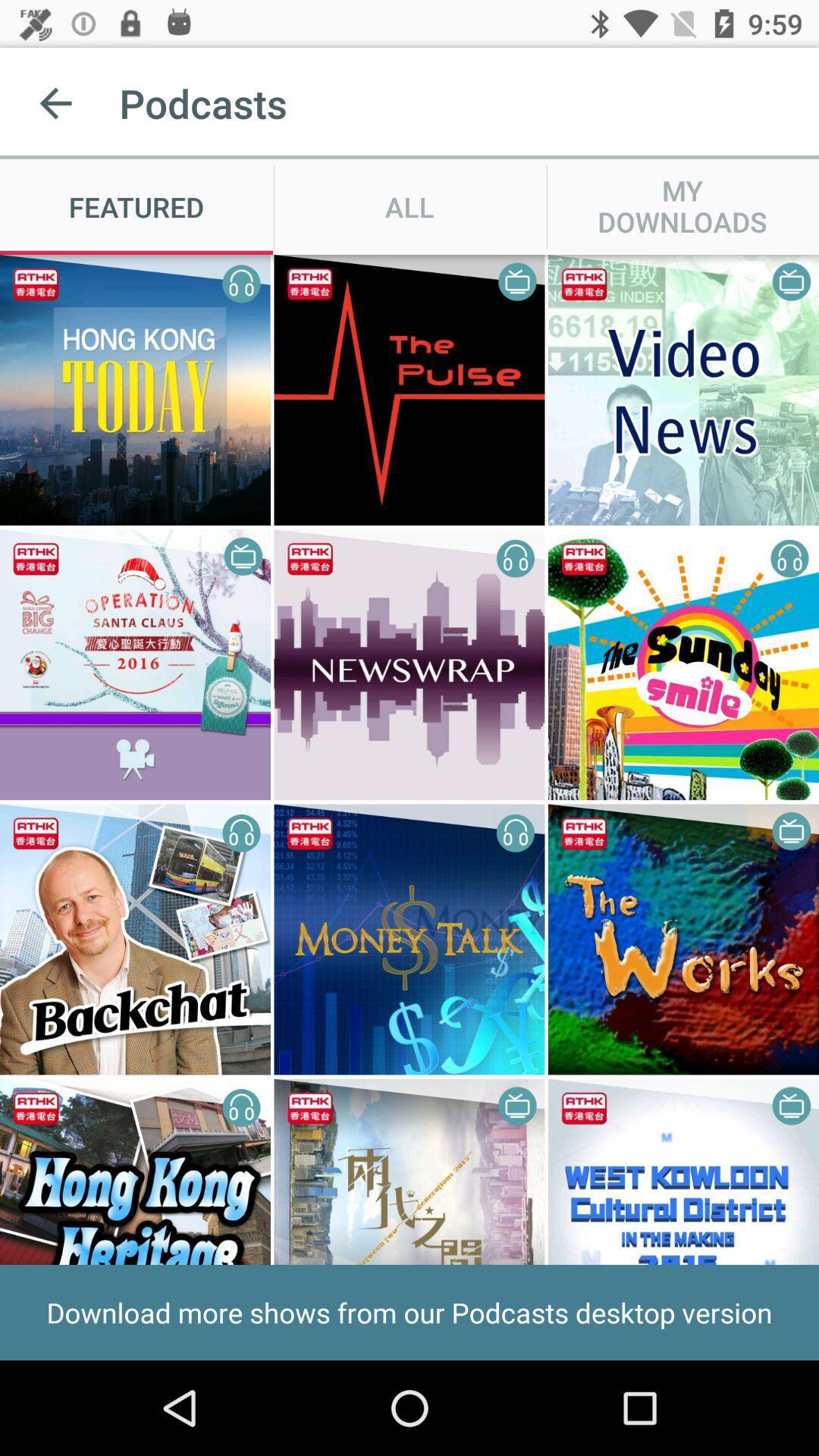  I want to click on the music symbol which is in the 3rd row 2nd image, so click(516, 832).